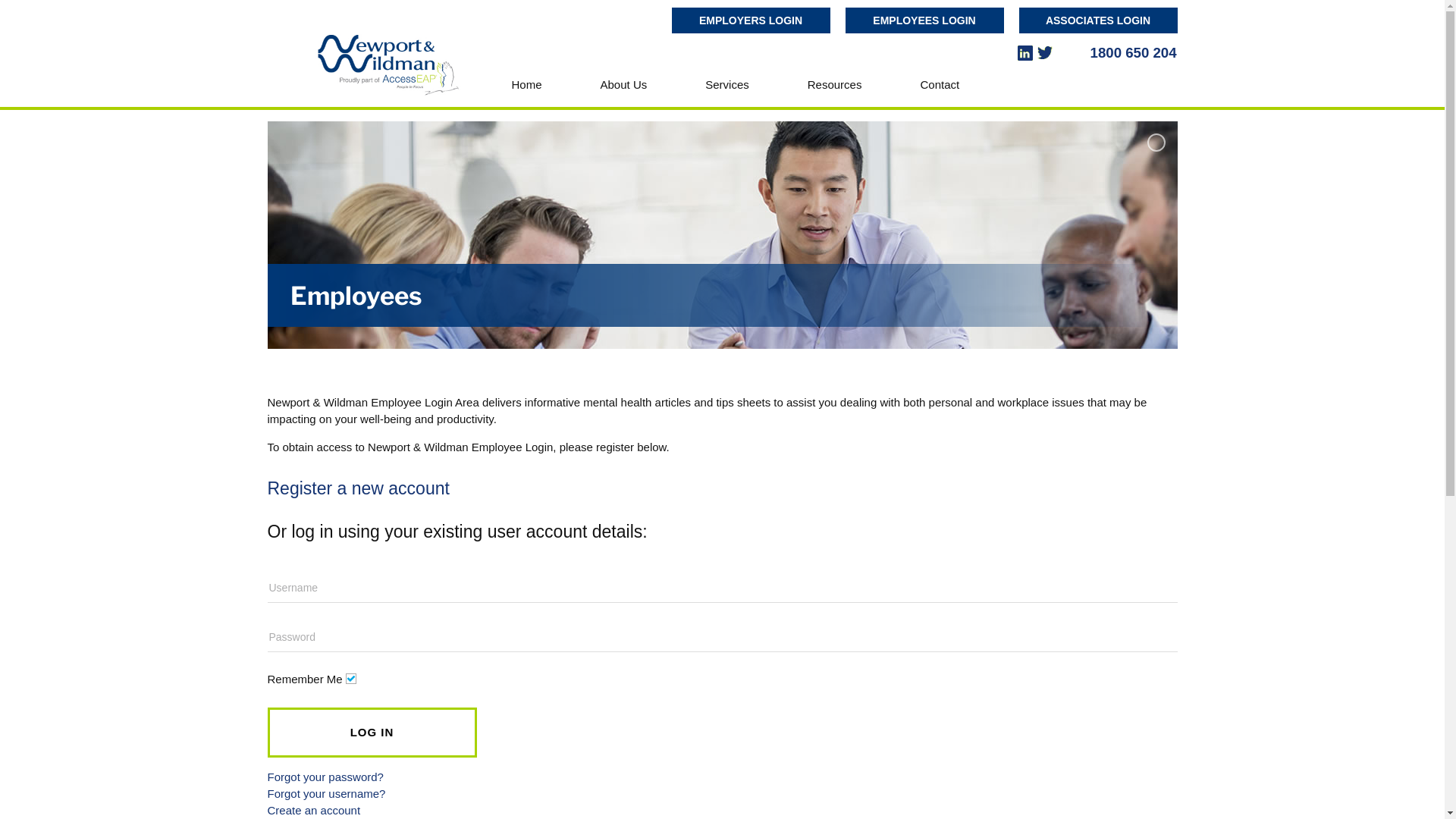 The height and width of the screenshot is (819, 1456). Describe the element at coordinates (833, 84) in the screenshot. I see `'Resources'` at that location.